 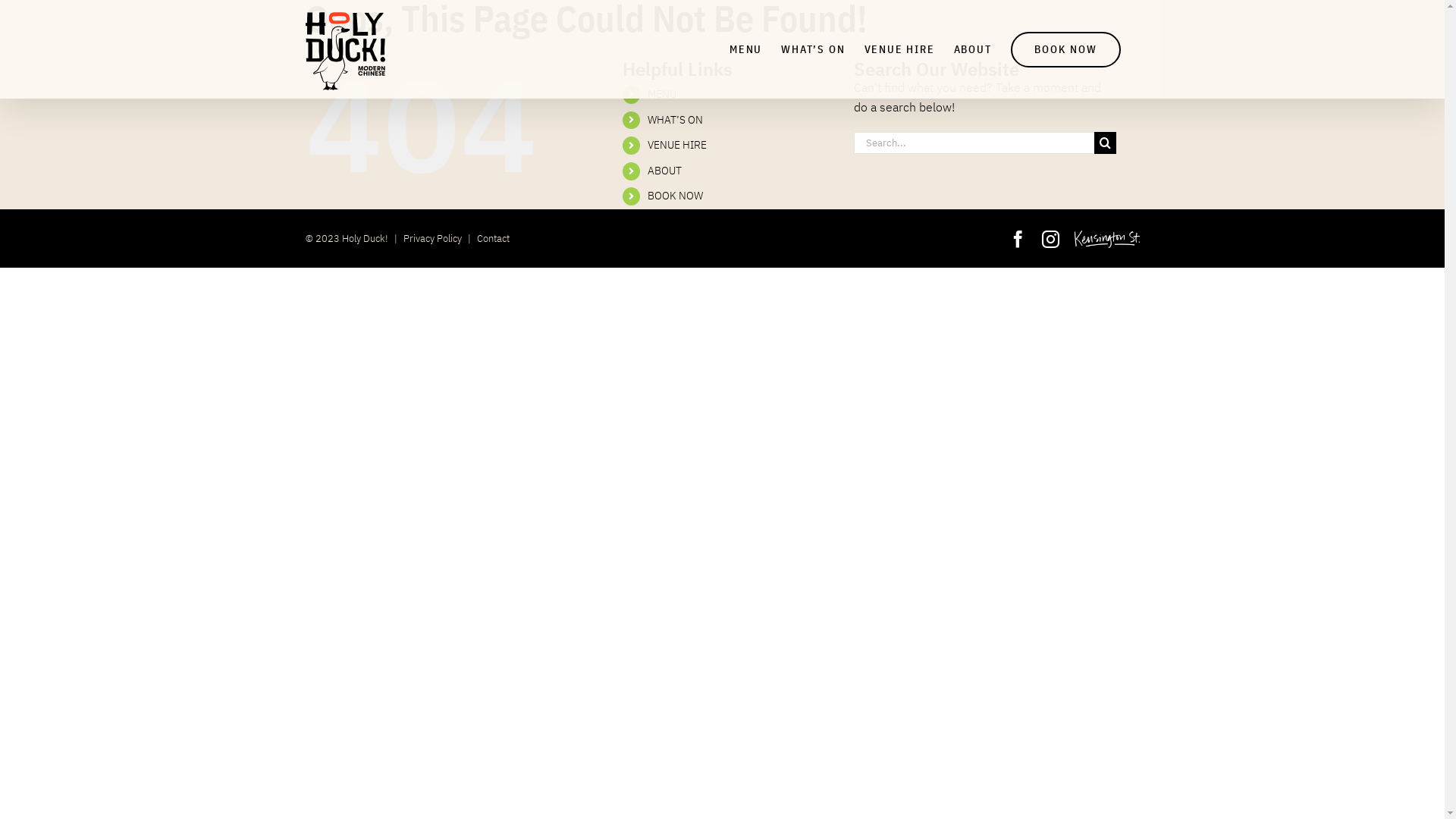 What do you see at coordinates (662, 93) in the screenshot?
I see `'MENU'` at bounding box center [662, 93].